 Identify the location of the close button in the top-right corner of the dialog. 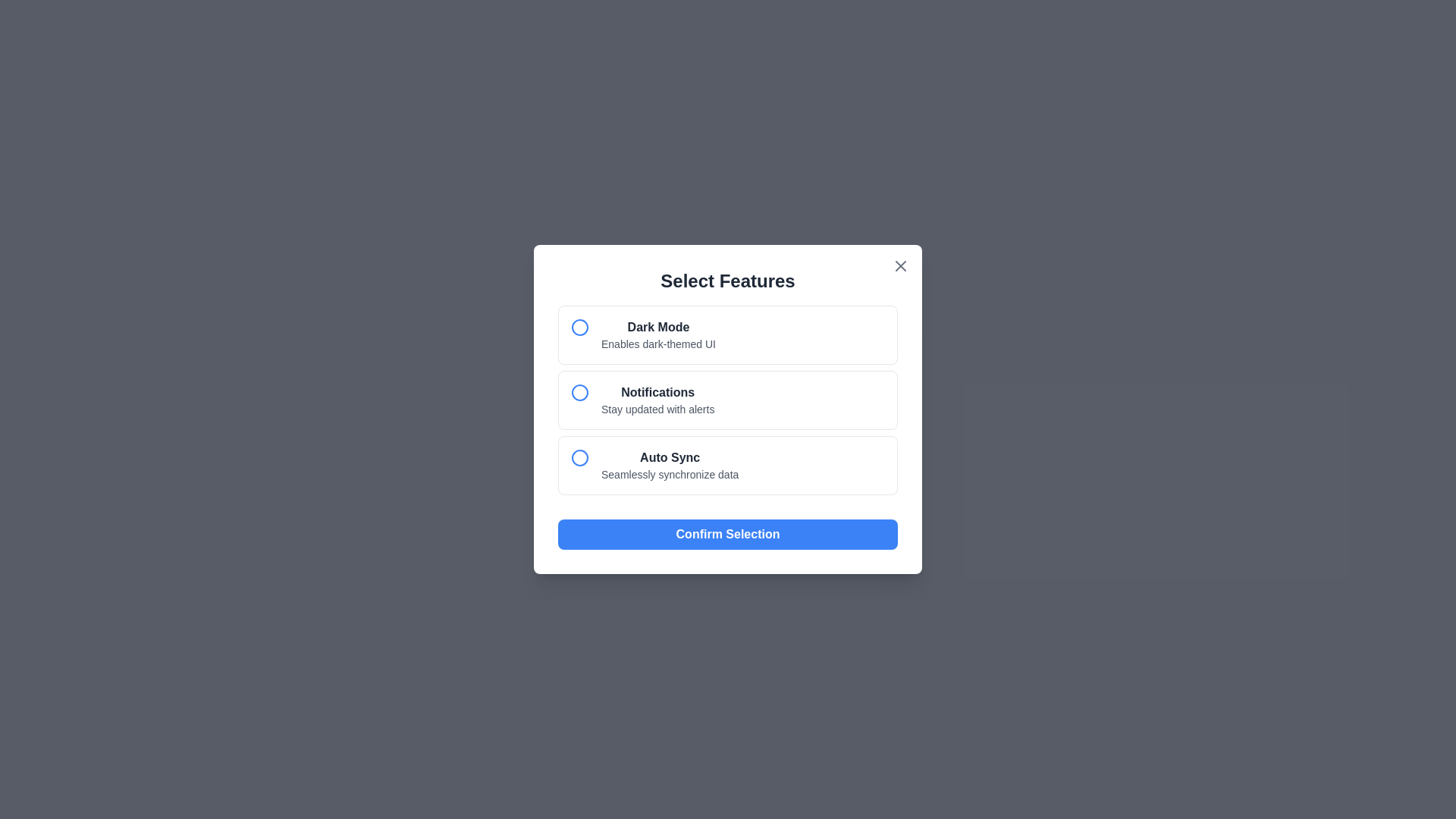
(901, 265).